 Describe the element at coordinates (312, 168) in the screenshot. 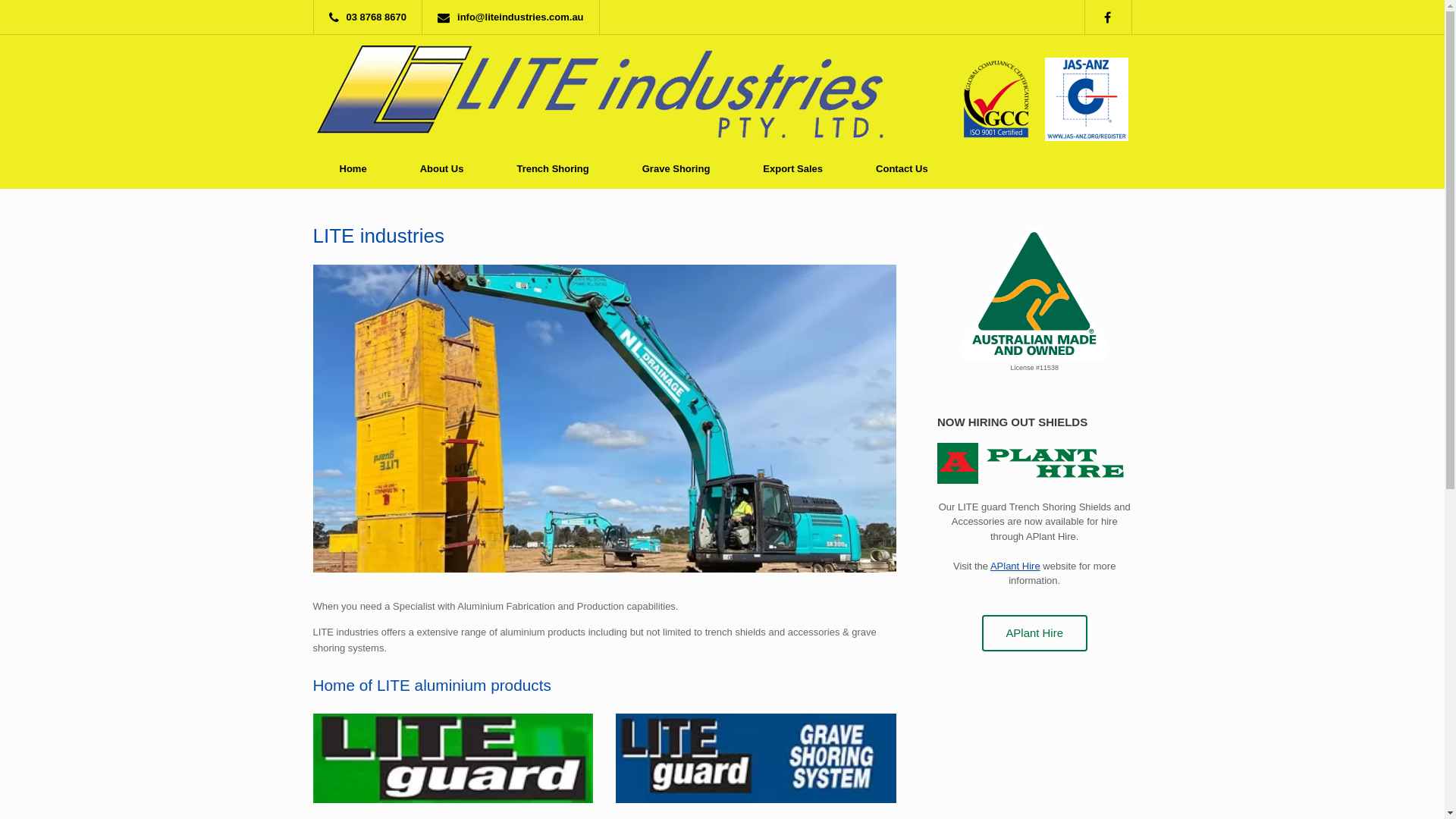

I see `'Home'` at that location.